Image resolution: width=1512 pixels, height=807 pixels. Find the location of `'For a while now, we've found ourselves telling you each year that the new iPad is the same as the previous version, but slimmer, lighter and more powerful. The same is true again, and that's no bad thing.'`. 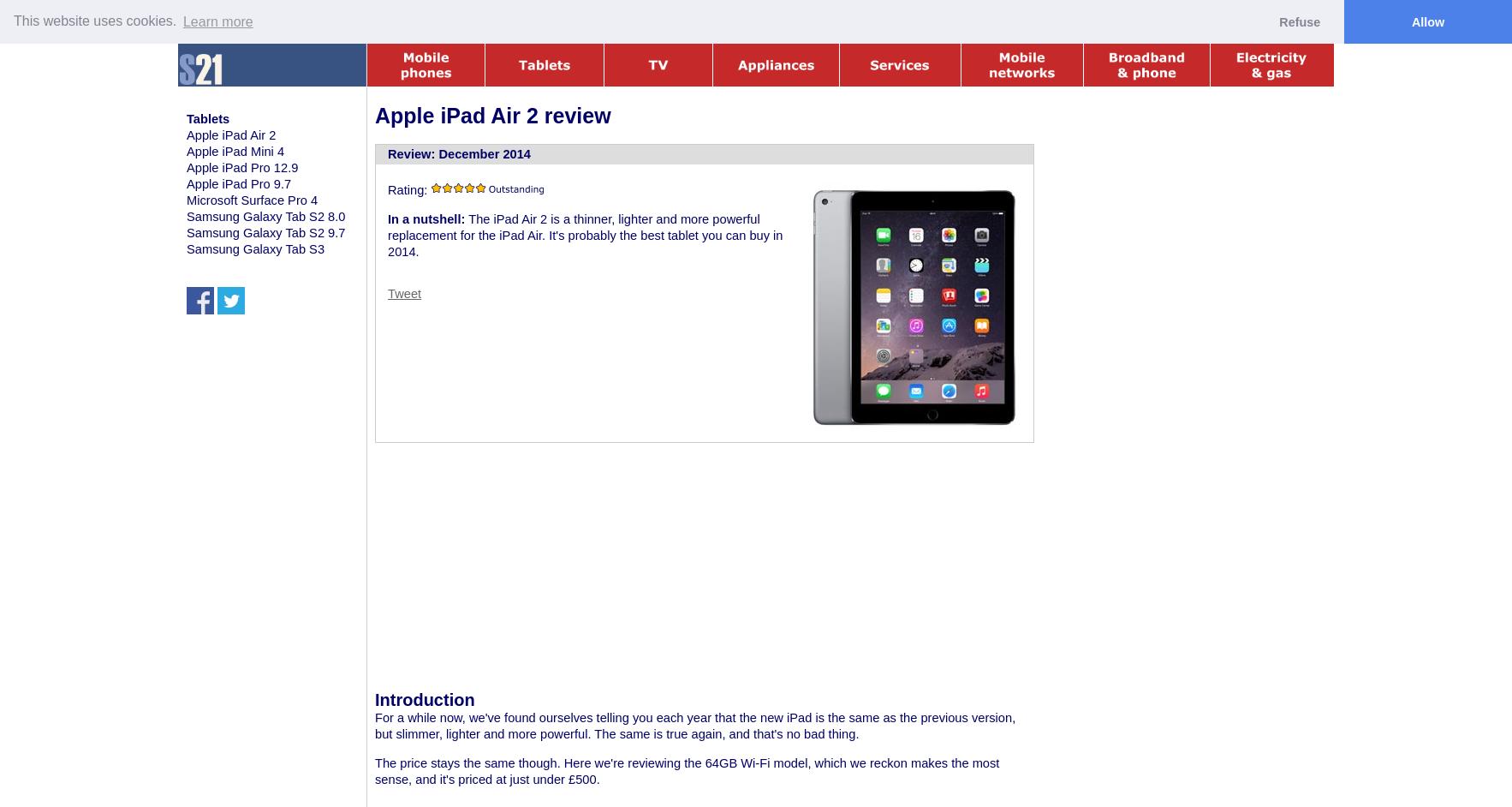

'For a while now, we've found ourselves telling you each year that the new iPad is the same as the previous version, but slimmer, lighter and more powerful. The same is true again, and that's no bad thing.' is located at coordinates (695, 725).